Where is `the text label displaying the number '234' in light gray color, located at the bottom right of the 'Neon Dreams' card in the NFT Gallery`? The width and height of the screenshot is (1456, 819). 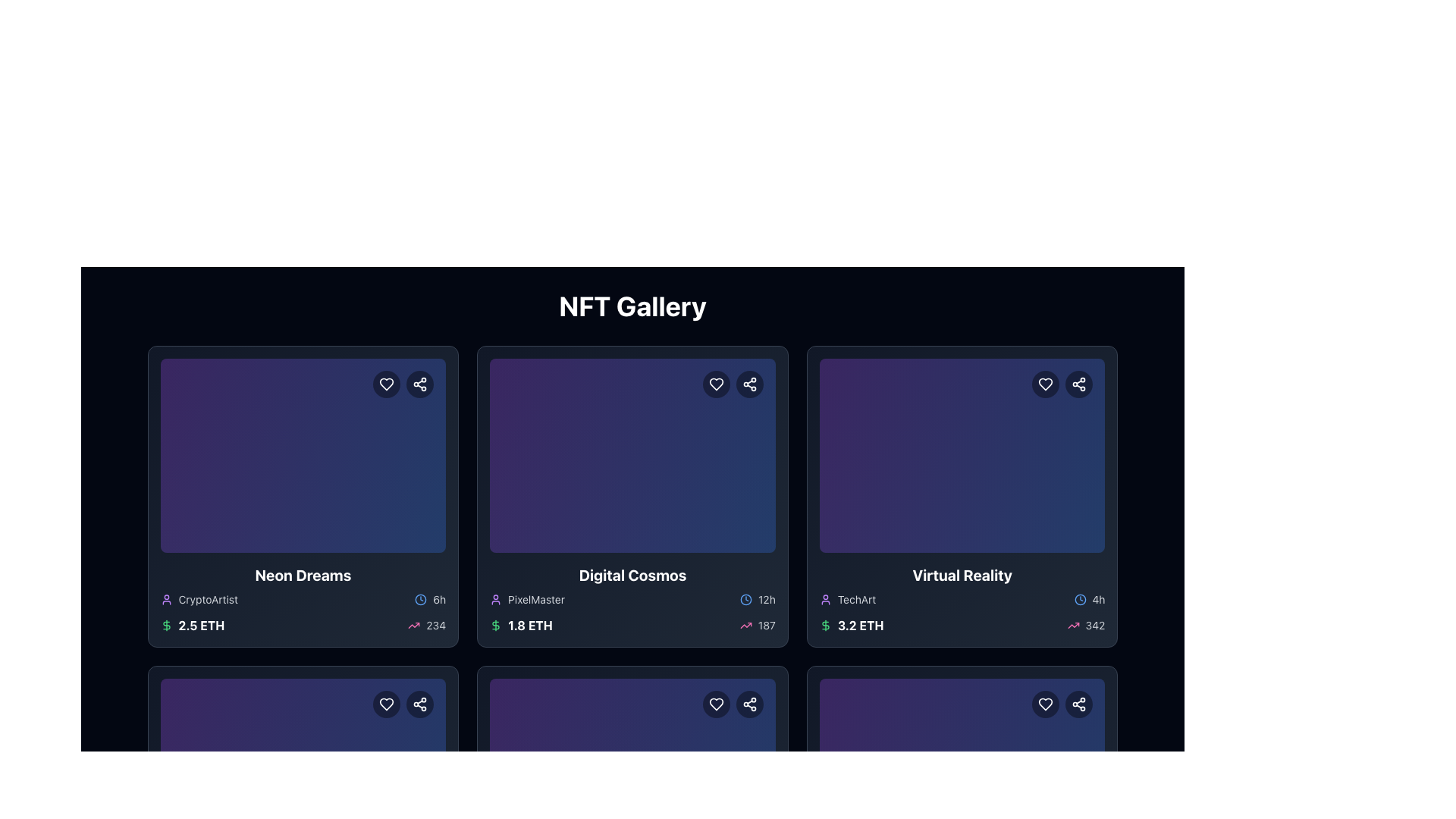
the text label displaying the number '234' in light gray color, located at the bottom right of the 'Neon Dreams' card in the NFT Gallery is located at coordinates (435, 626).